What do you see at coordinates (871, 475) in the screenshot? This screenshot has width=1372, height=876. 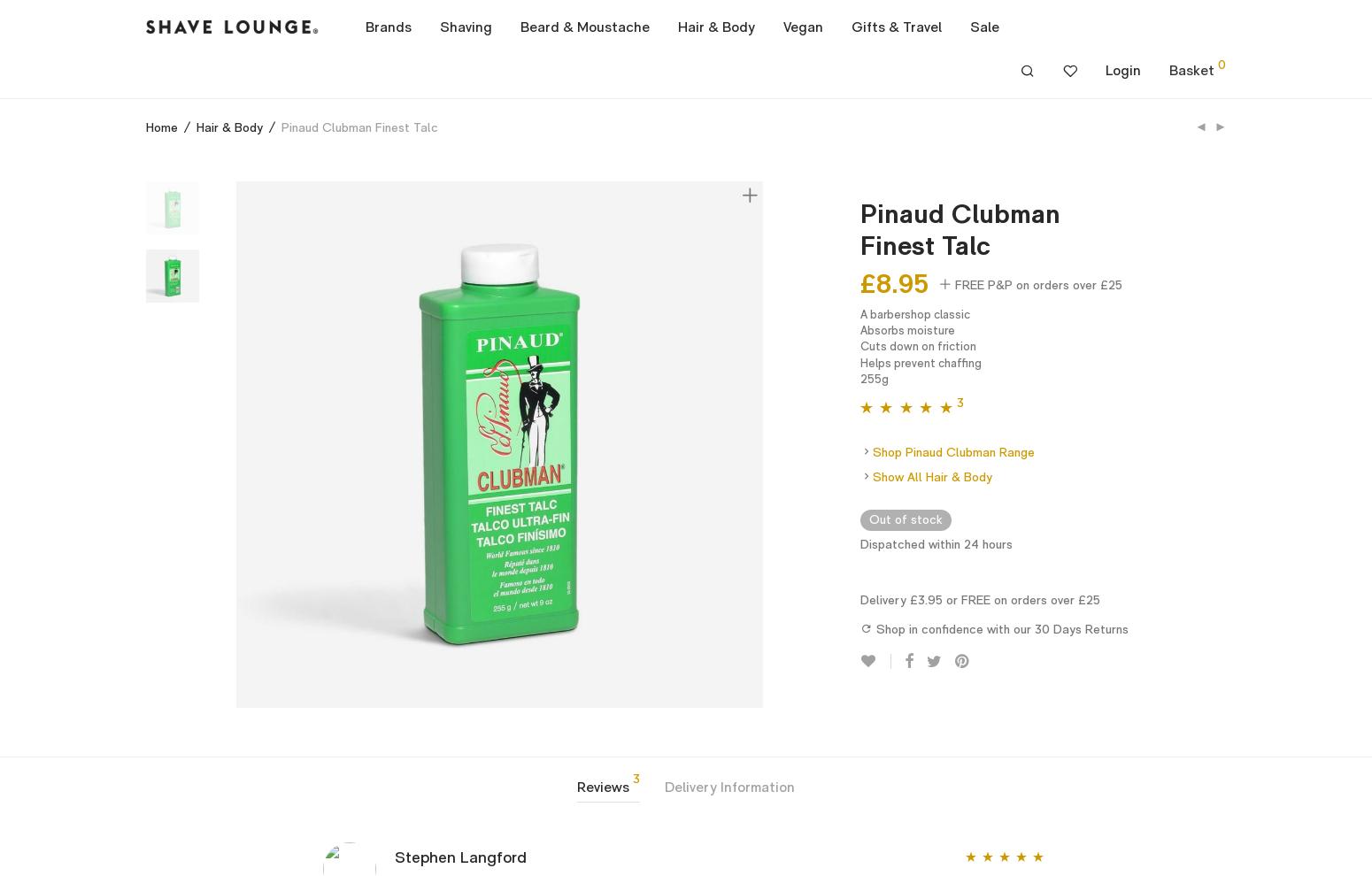 I see `'Show All Hair & Body'` at bounding box center [871, 475].